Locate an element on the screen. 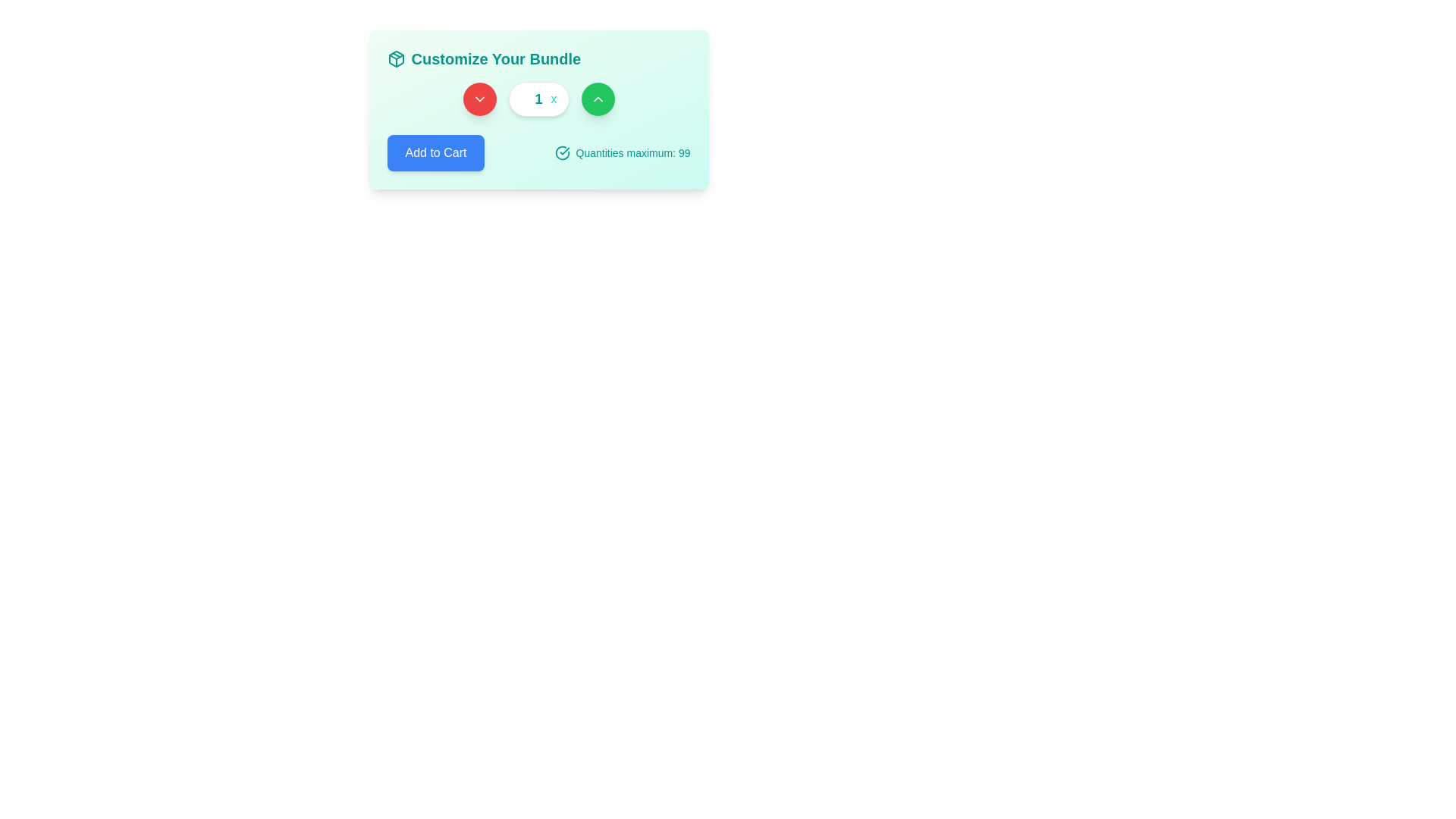 This screenshot has height=819, width=1456. the upward-pointing chevron icon located within the green circular button on the right side of a three-button group is located at coordinates (597, 99).